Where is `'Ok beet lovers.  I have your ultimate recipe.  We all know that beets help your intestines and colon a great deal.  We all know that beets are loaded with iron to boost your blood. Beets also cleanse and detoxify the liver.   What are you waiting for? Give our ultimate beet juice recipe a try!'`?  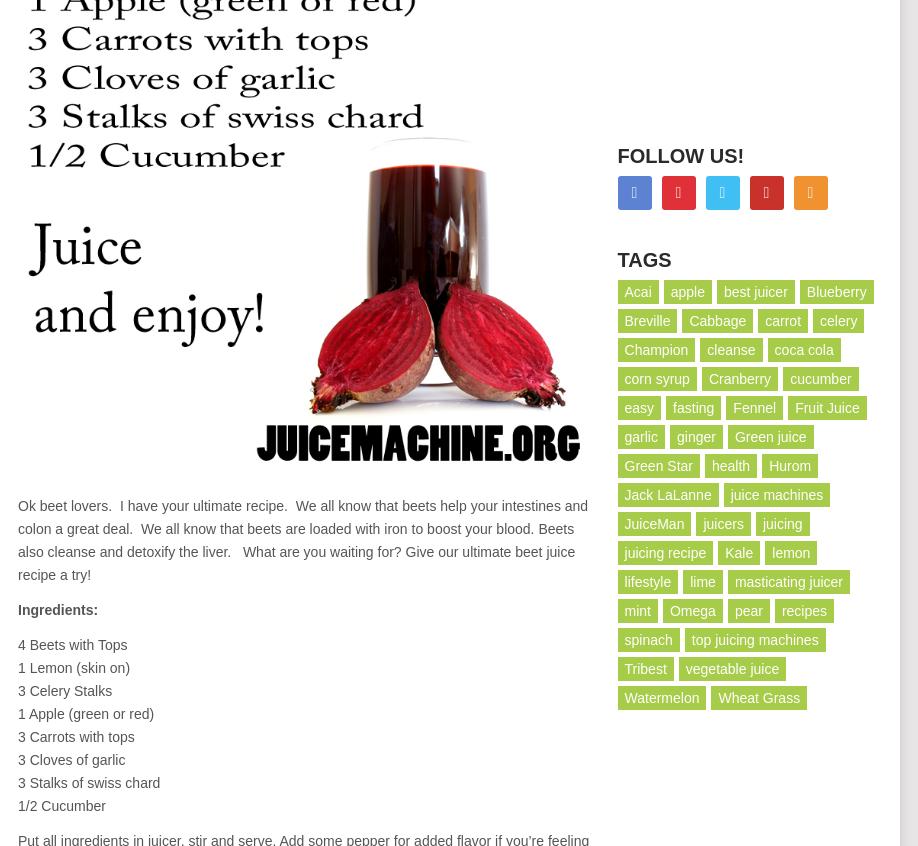 'Ok beet lovers.  I have your ultimate recipe.  We all know that beets help your intestines and colon a great deal.  We all know that beets are loaded with iron to boost your blood. Beets also cleanse and detoxify the liver.   What are you waiting for? Give our ultimate beet juice recipe a try!' is located at coordinates (302, 539).